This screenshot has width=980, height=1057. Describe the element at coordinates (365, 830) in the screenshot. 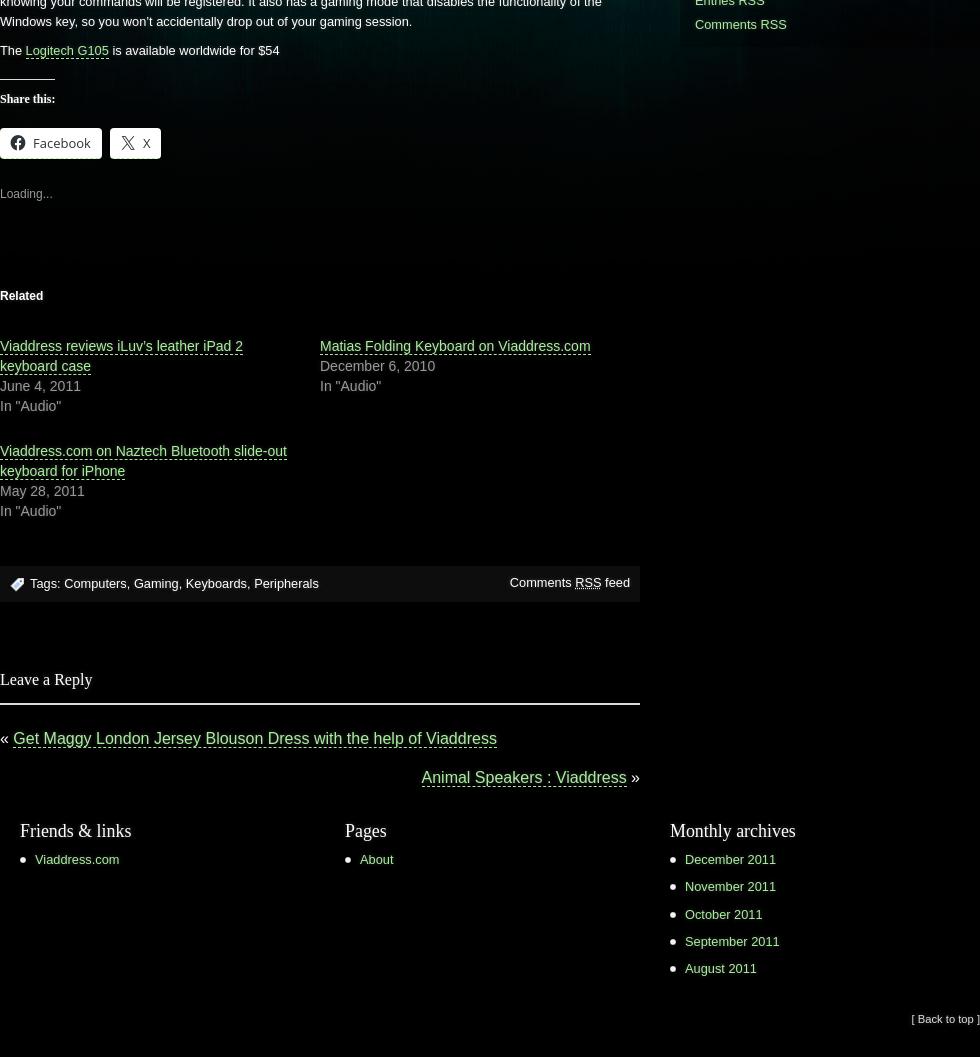

I see `'Pages'` at that location.